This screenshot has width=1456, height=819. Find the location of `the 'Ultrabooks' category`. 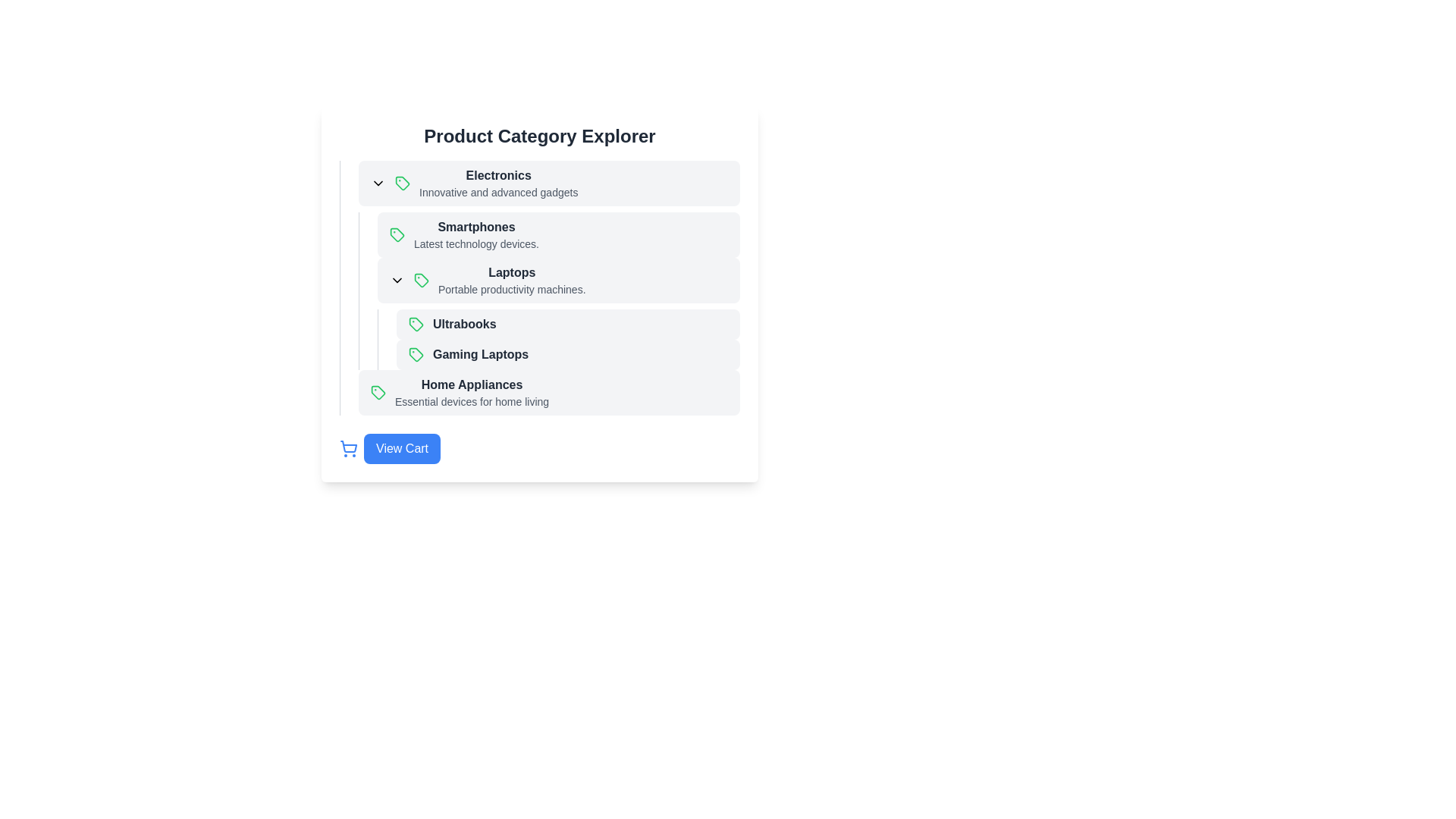

the 'Ultrabooks' category is located at coordinates (558, 338).